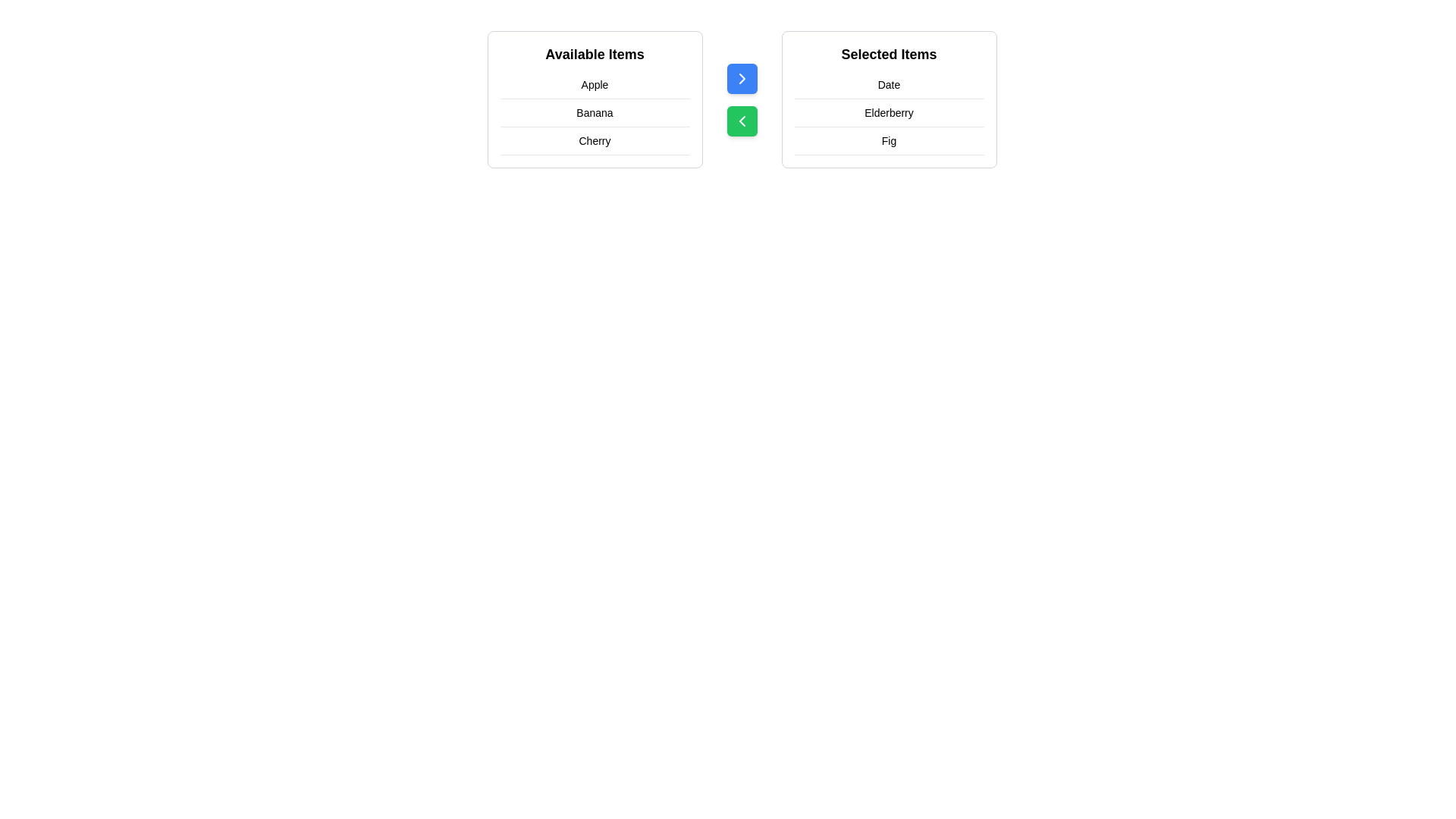  Describe the element at coordinates (742, 78) in the screenshot. I see `the upper blue button containing the Chevron icon to move items from the 'Available Items' list to the 'Selected Items' list` at that location.